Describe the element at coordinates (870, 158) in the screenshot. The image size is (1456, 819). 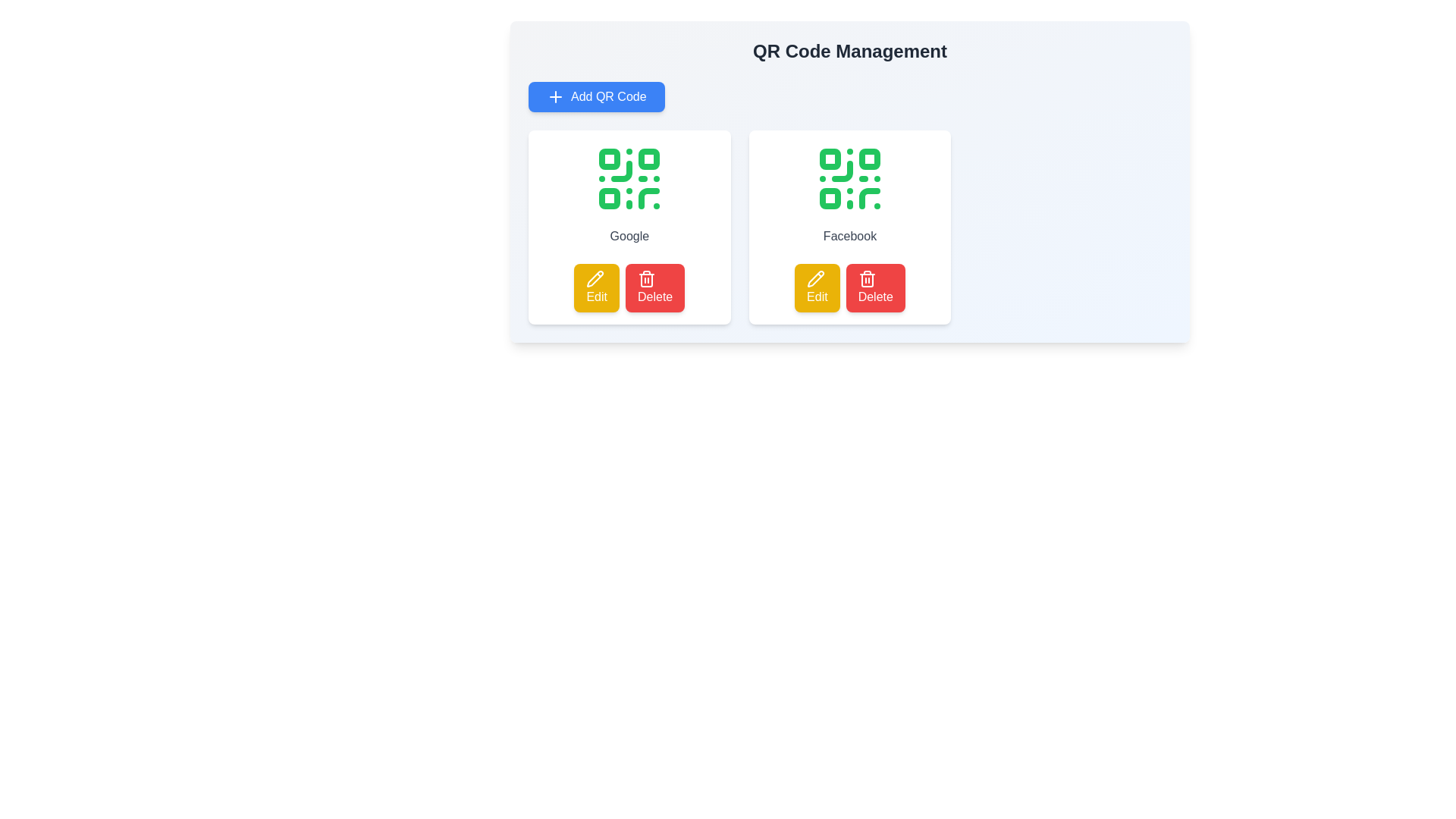
I see `the small square-shaped block in the top-right section of the QR code representing Facebook, which has rounded corners and blends with the QR code` at that location.